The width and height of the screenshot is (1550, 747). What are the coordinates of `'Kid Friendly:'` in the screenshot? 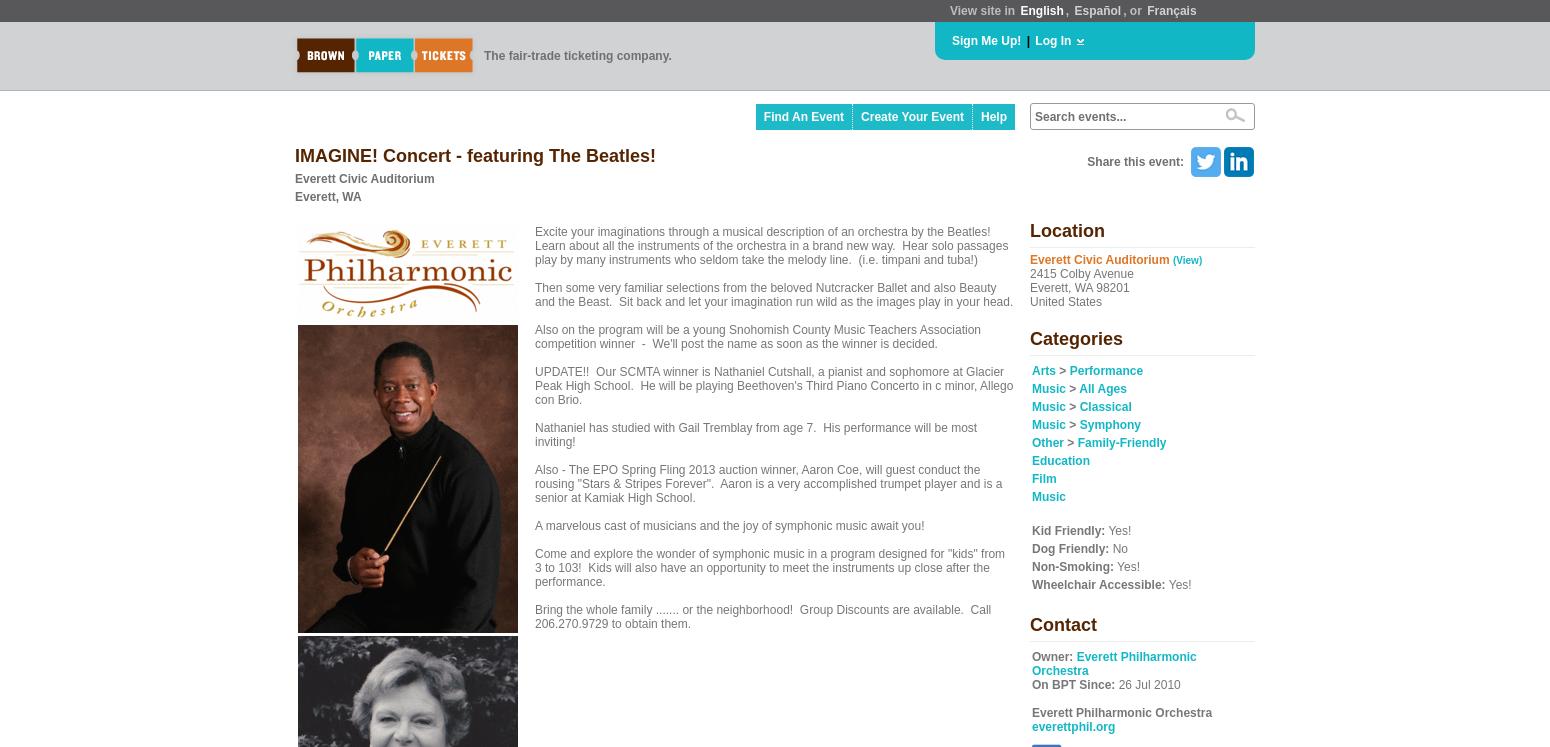 It's located at (1068, 530).